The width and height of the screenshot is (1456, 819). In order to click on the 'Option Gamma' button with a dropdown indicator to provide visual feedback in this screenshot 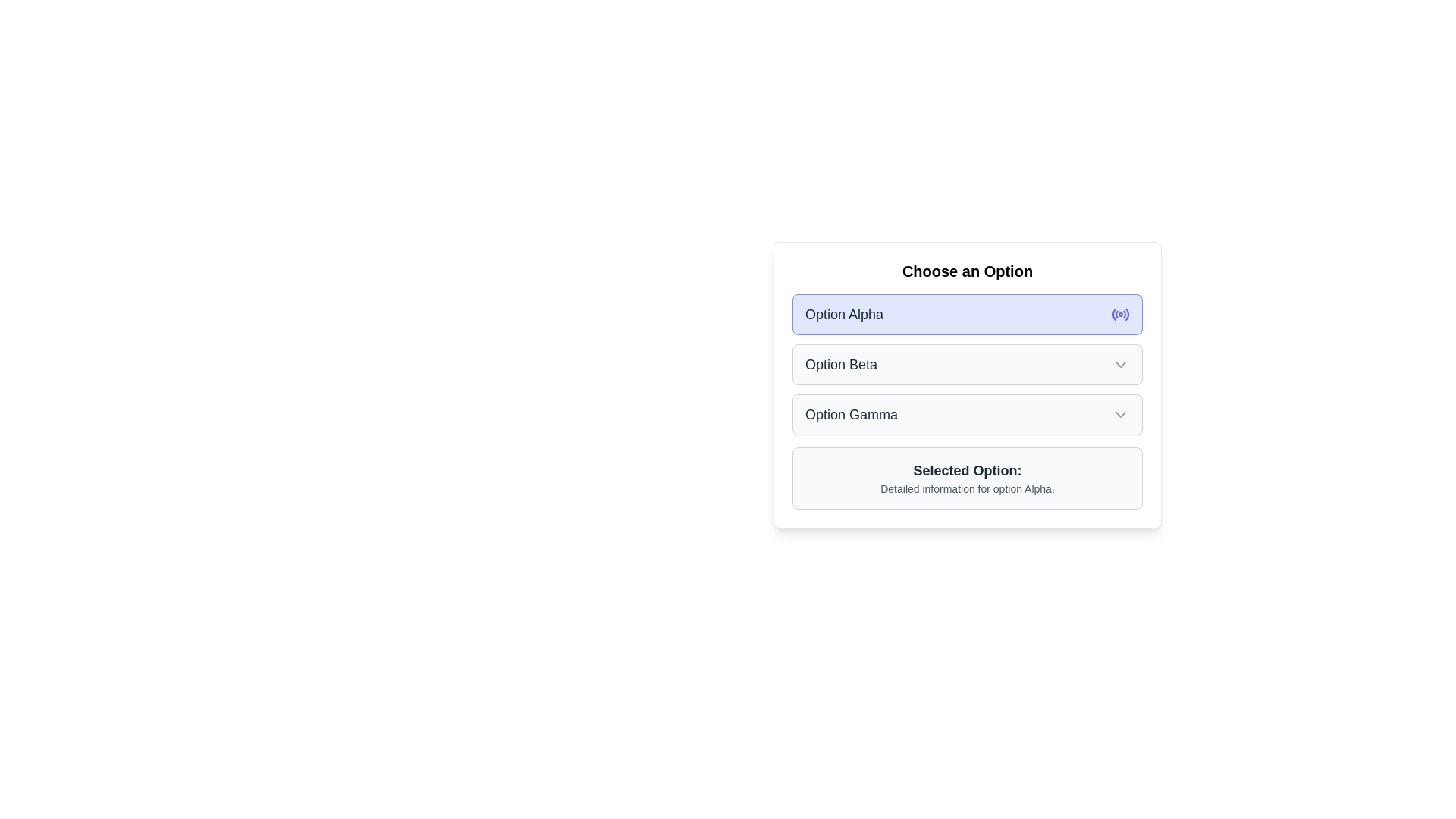, I will do `click(967, 415)`.